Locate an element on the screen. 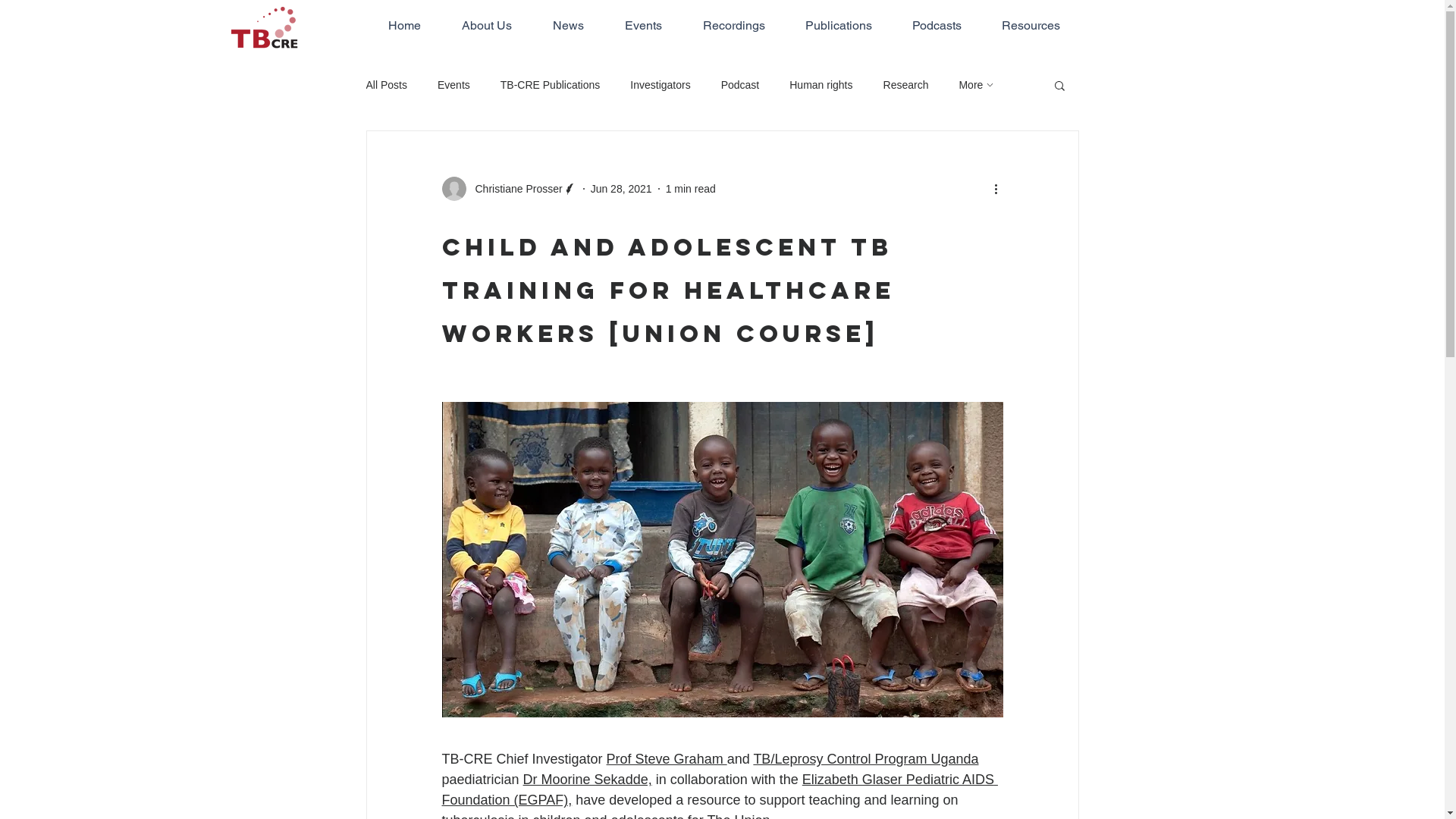 This screenshot has height=819, width=1456. 'Christiane Prosser' is located at coordinates (509, 188).